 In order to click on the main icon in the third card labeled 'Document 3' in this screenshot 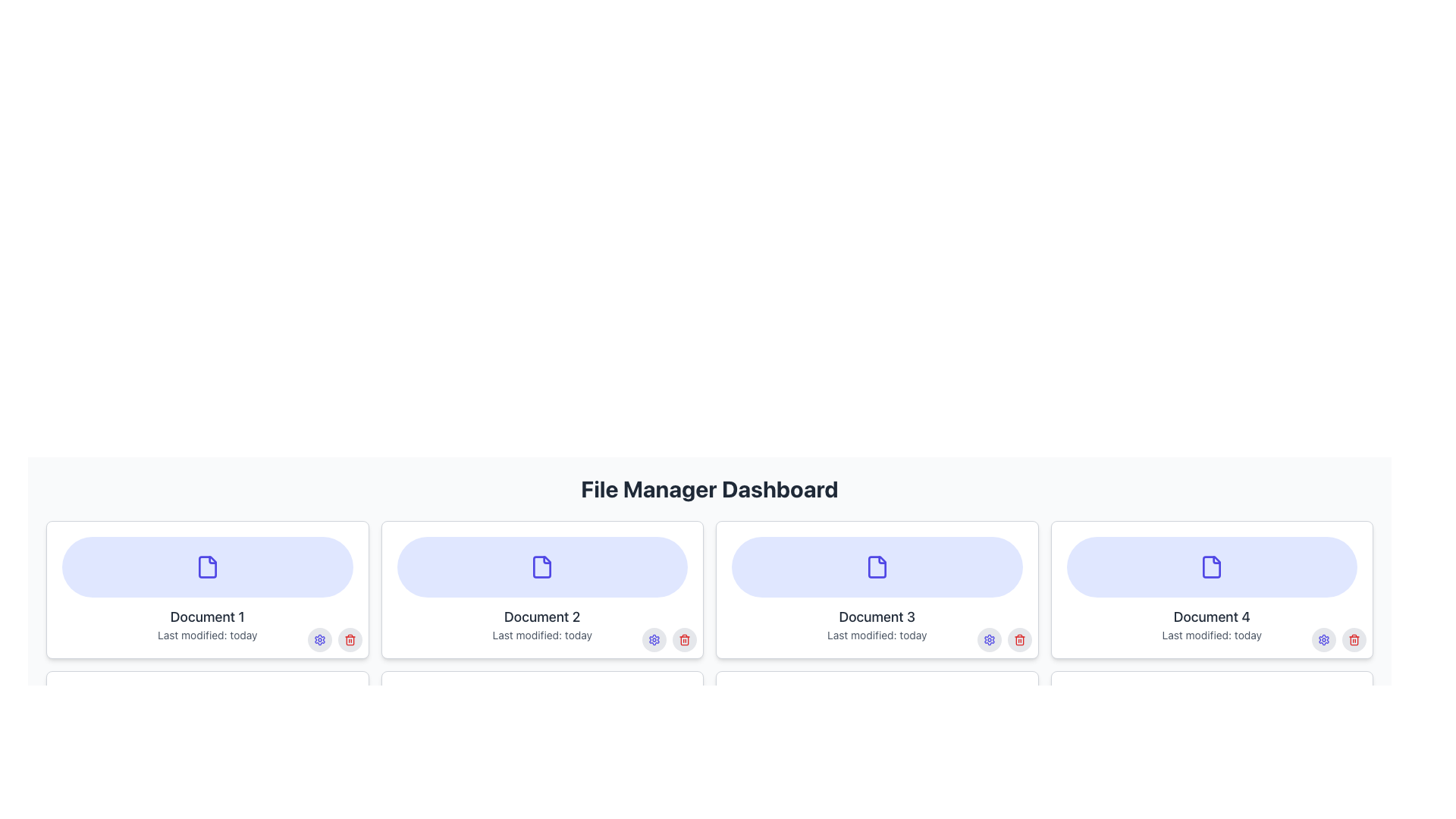, I will do `click(877, 567)`.